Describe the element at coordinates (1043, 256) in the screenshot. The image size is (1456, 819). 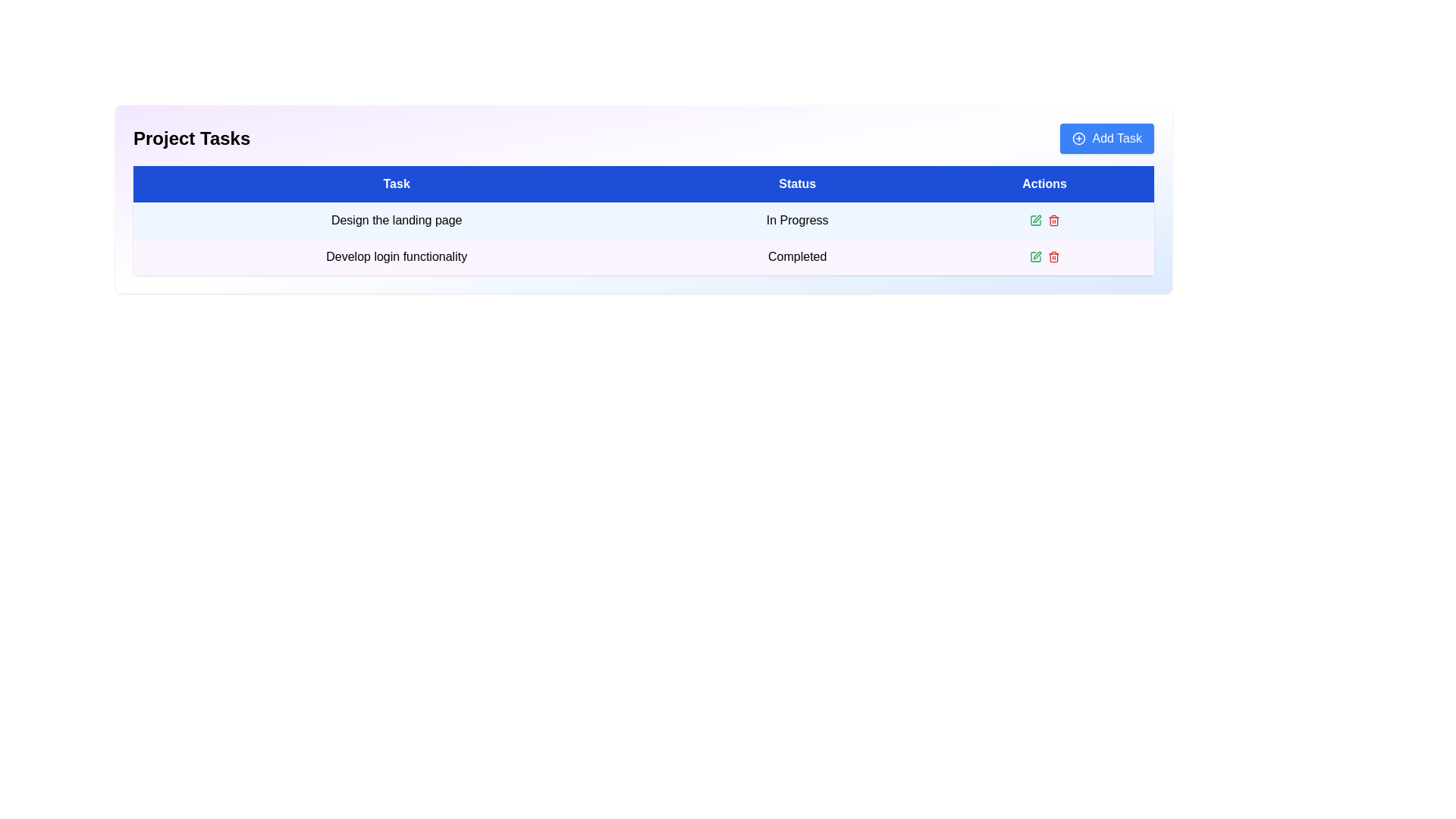
I see `the icons in the 'Actions' column of the second row in the task table corresponding to the 'Completed' task` at that location.